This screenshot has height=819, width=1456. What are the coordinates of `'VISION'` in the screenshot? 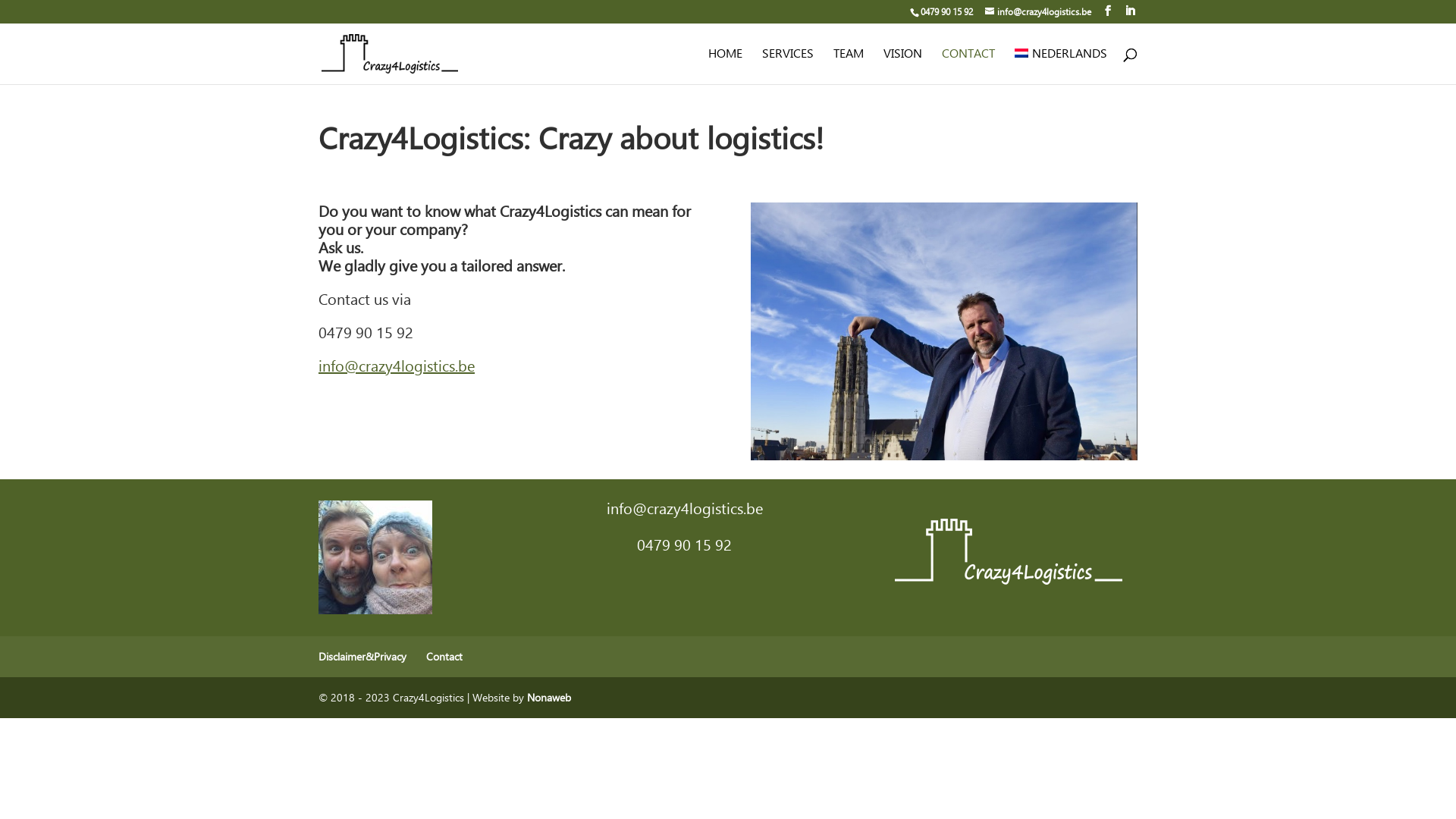 It's located at (883, 65).